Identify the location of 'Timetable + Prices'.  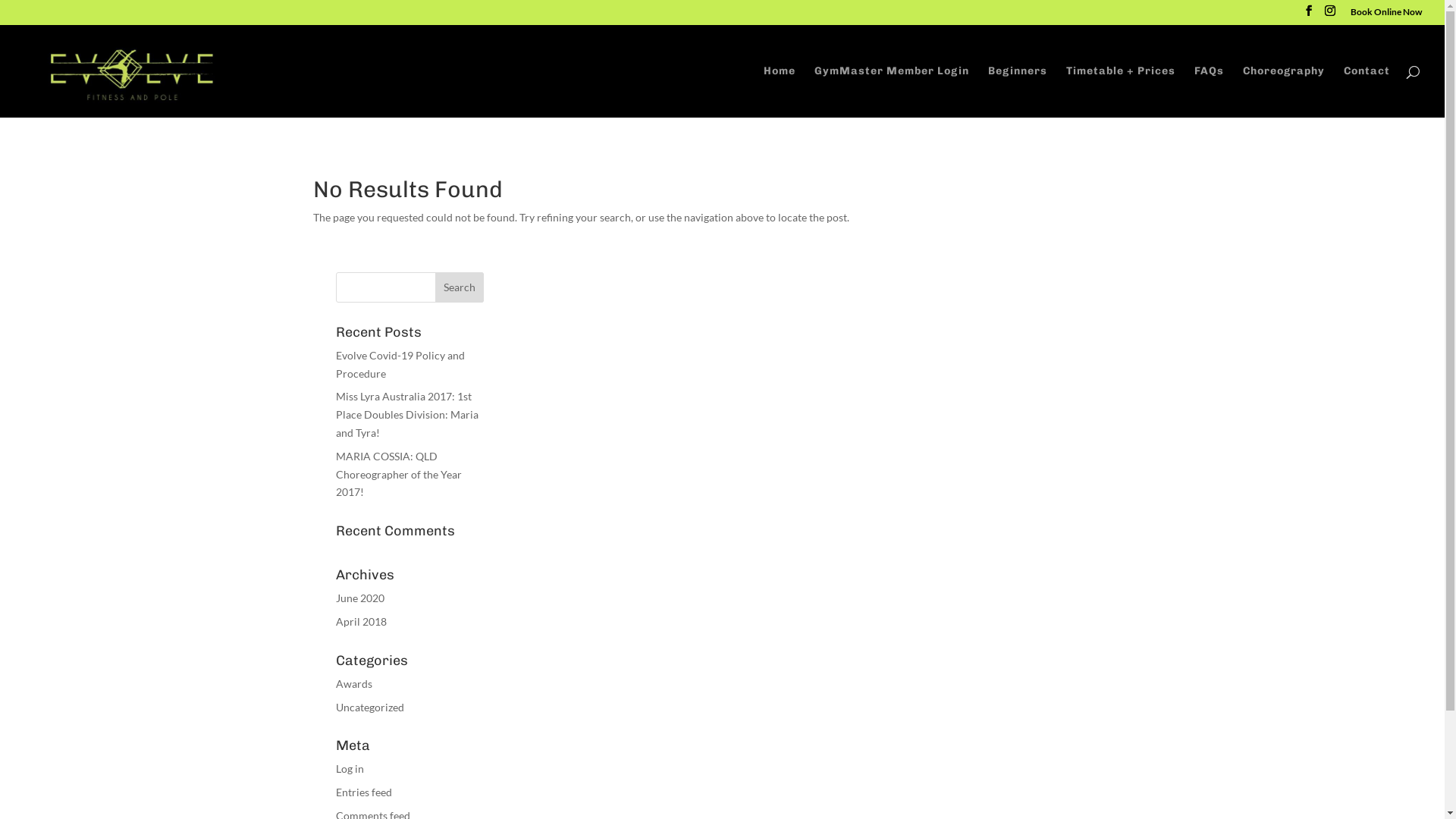
(1121, 90).